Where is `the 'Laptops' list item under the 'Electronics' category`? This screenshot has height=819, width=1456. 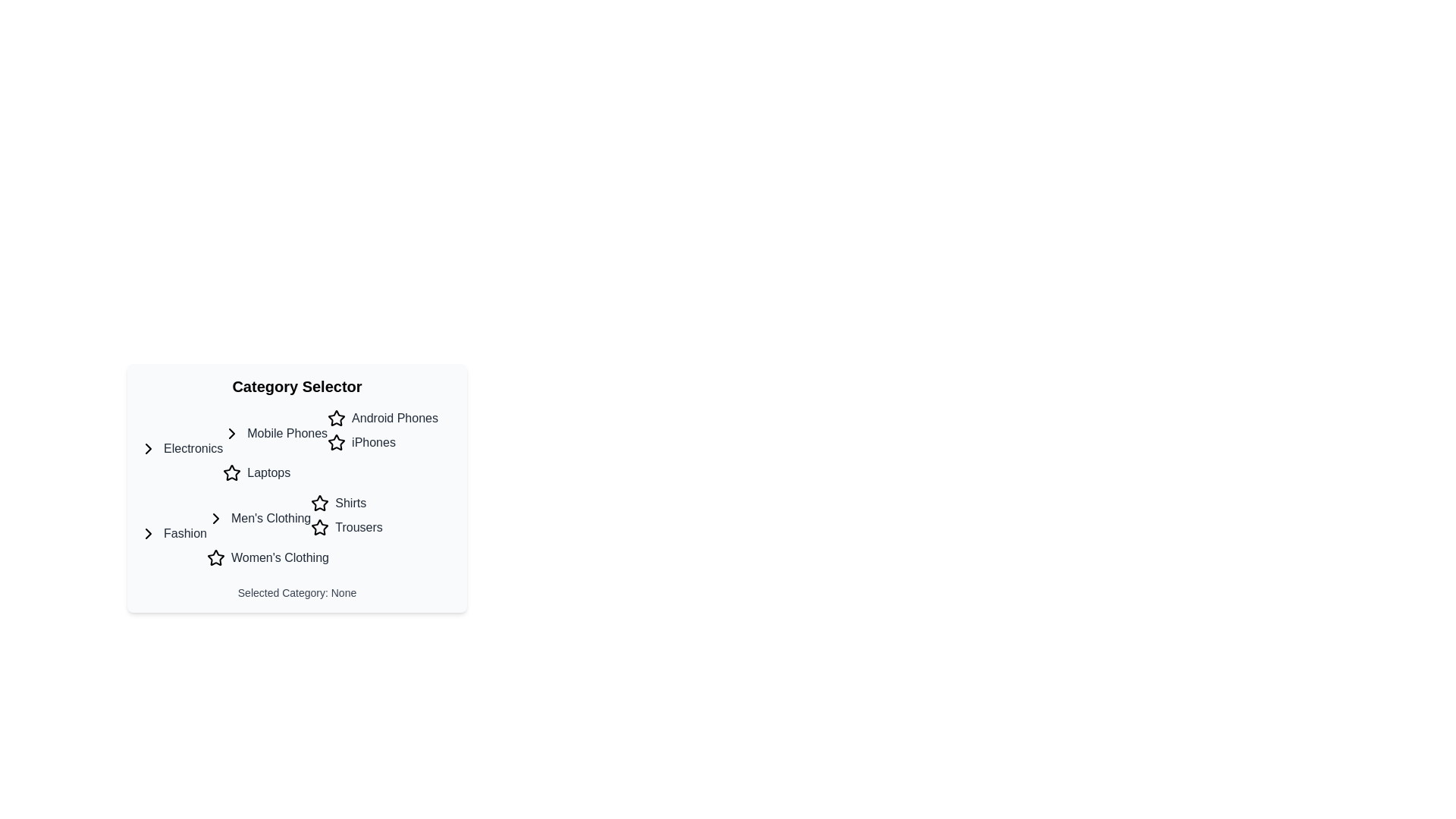 the 'Laptops' list item under the 'Electronics' category is located at coordinates (330, 472).